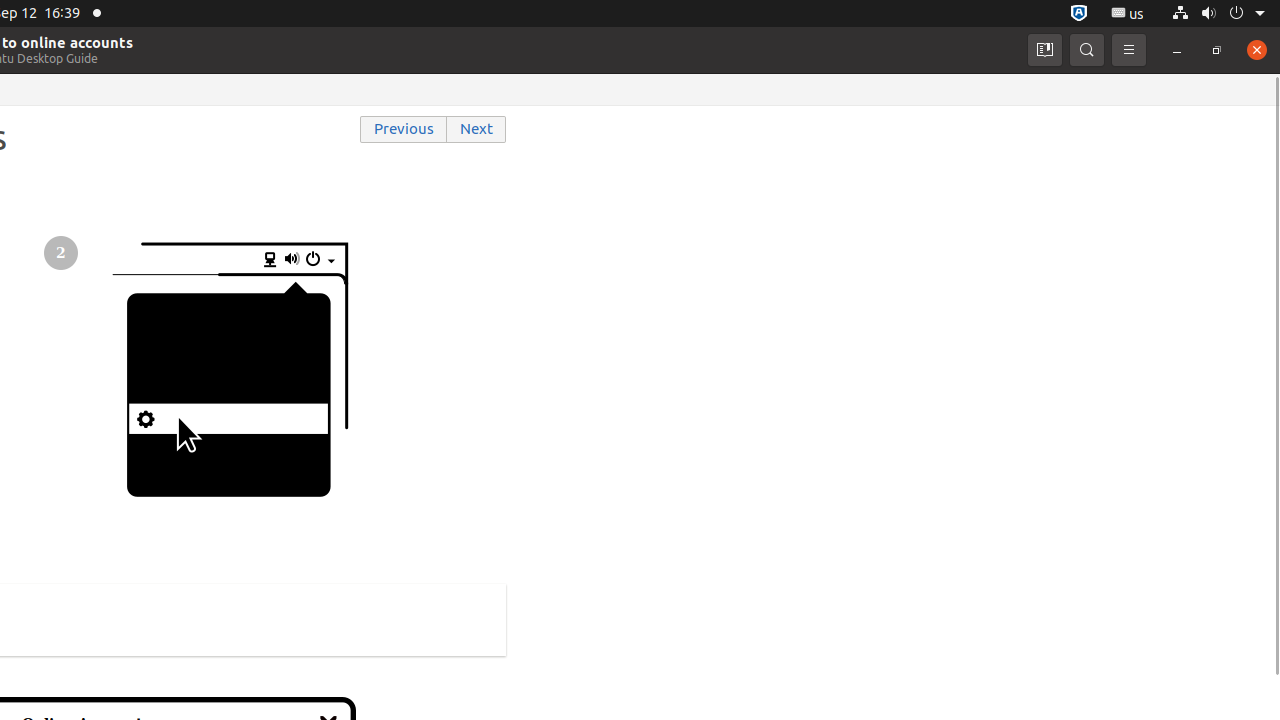 The width and height of the screenshot is (1280, 720). I want to click on 'Restore', so click(1216, 48).